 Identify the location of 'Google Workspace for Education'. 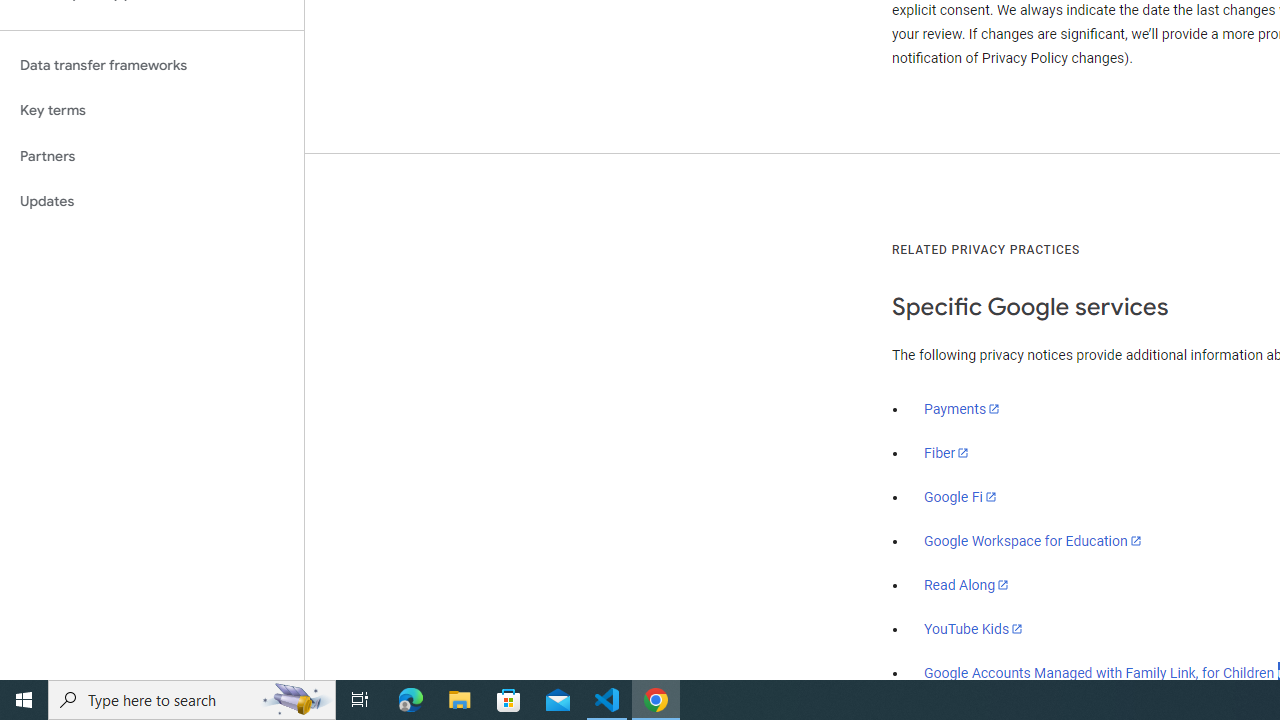
(1032, 541).